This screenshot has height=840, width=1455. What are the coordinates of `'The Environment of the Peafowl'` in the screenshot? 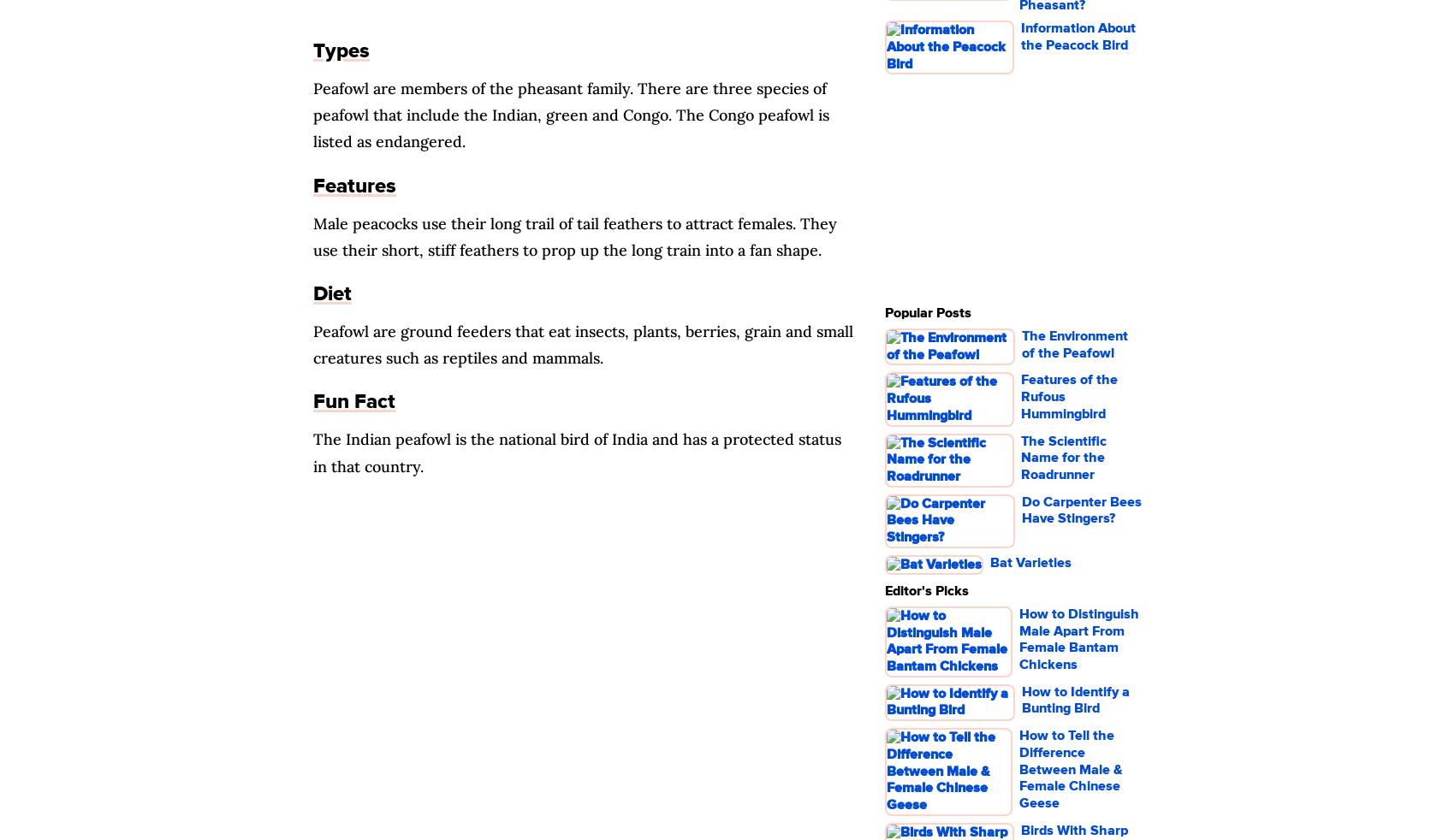 It's located at (1072, 344).